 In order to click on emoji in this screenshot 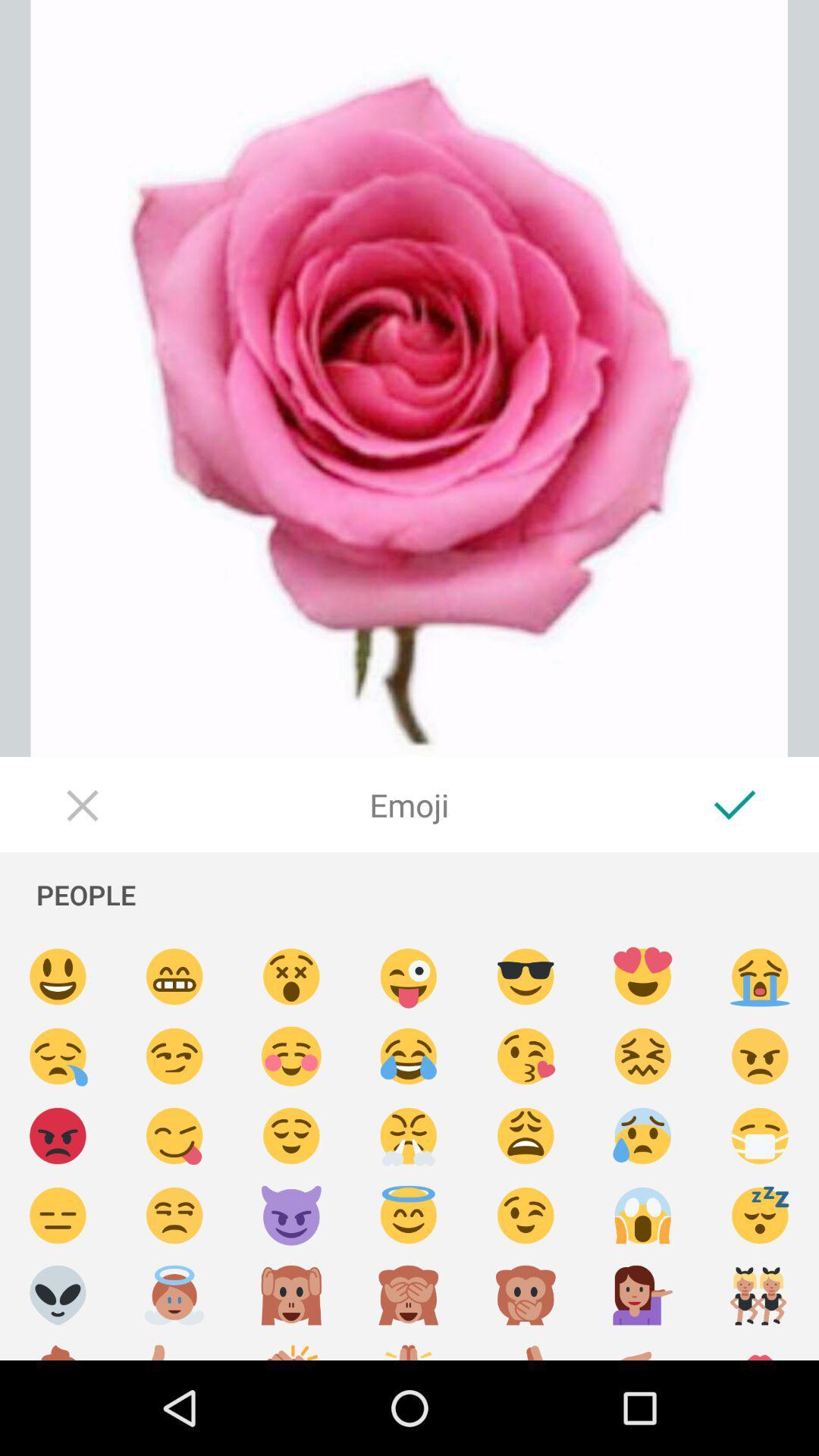, I will do `click(408, 1348)`.